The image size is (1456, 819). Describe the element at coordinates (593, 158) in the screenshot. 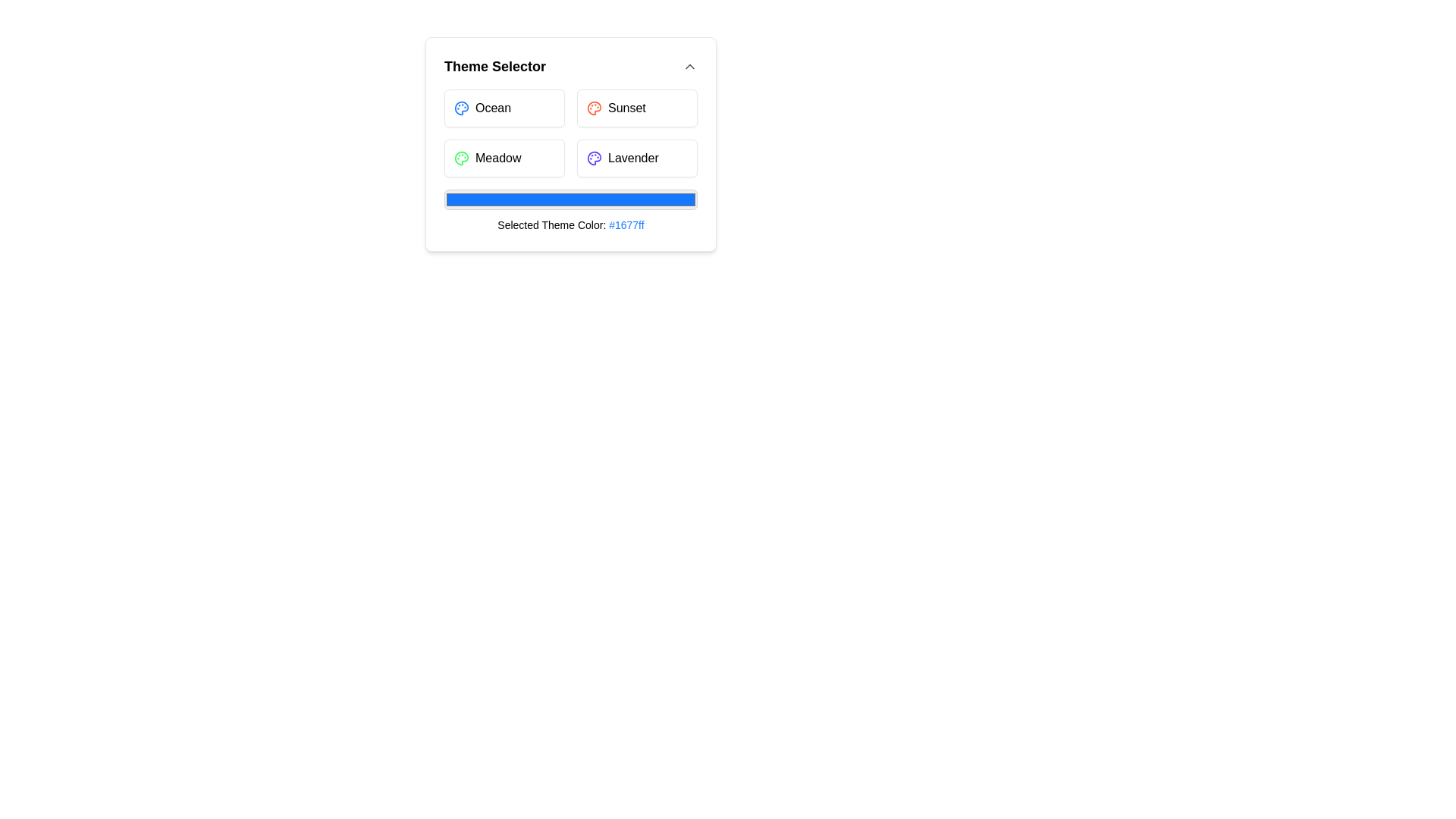

I see `the icon representing the 'Lavender' theme option, located at the bottom right of the theme selection grid` at that location.